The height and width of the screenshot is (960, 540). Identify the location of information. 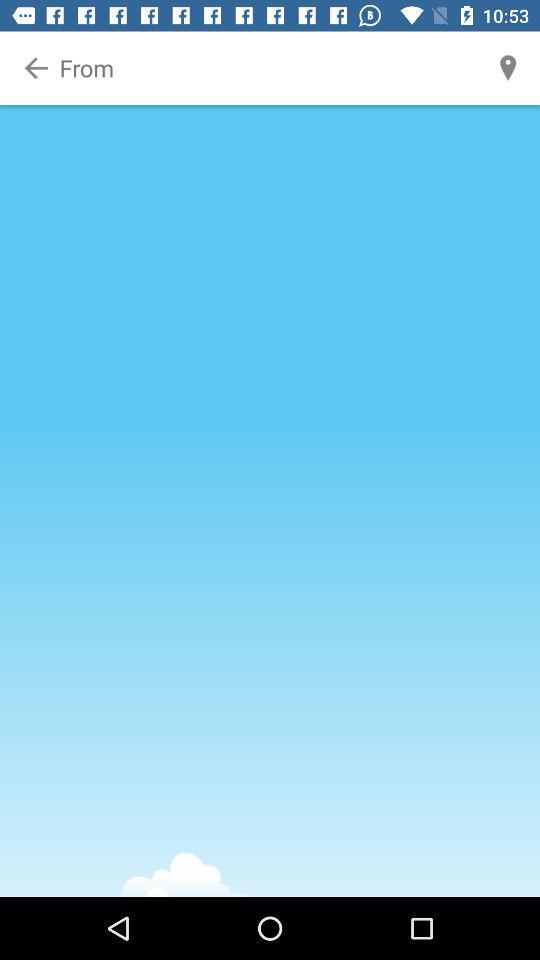
(270, 68).